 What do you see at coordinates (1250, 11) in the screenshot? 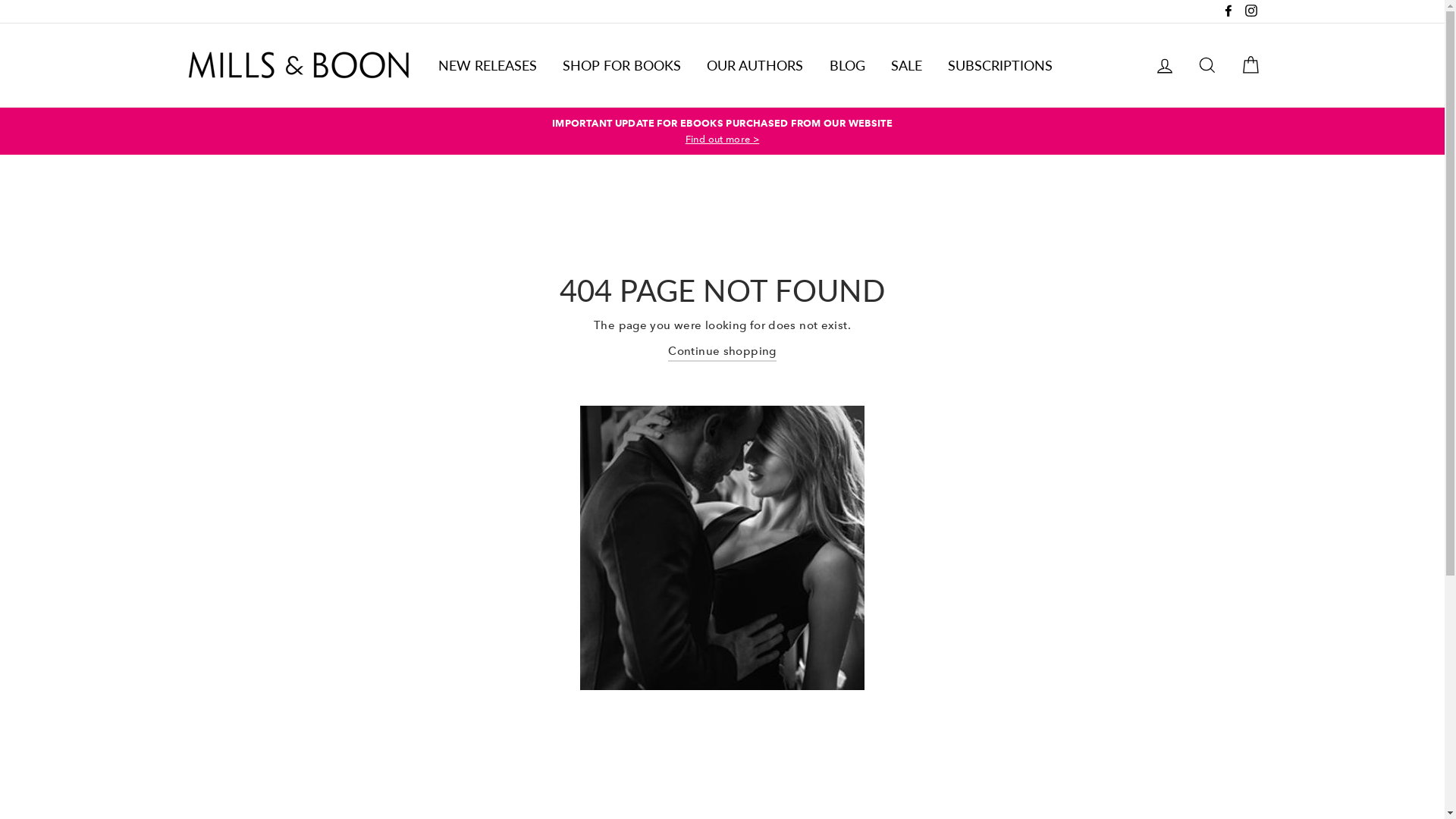
I see `'Instagram'` at bounding box center [1250, 11].